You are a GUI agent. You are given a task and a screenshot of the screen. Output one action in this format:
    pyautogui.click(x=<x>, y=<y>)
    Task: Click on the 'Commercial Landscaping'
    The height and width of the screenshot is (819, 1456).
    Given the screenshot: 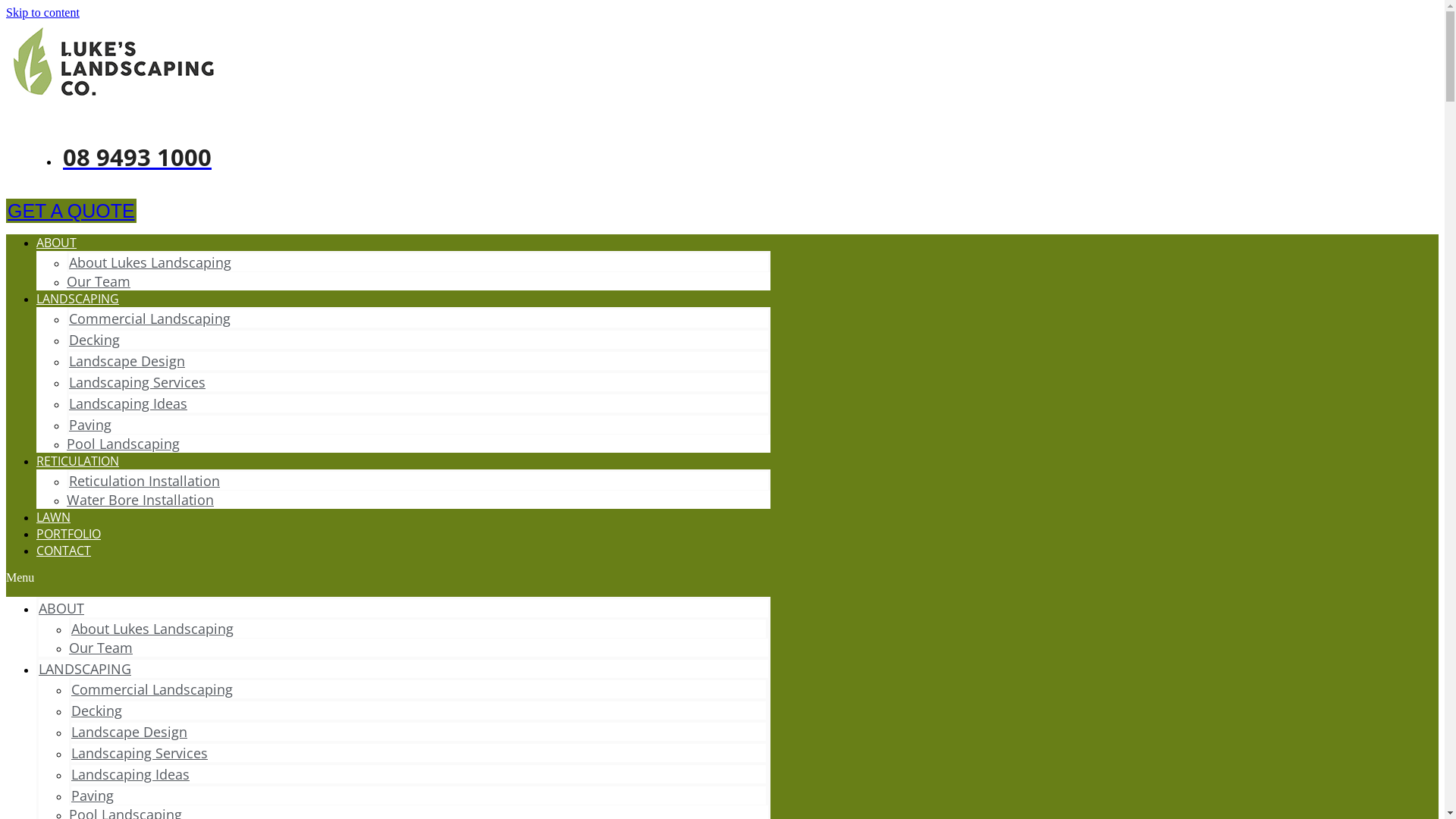 What is the action you would take?
    pyautogui.click(x=68, y=318)
    